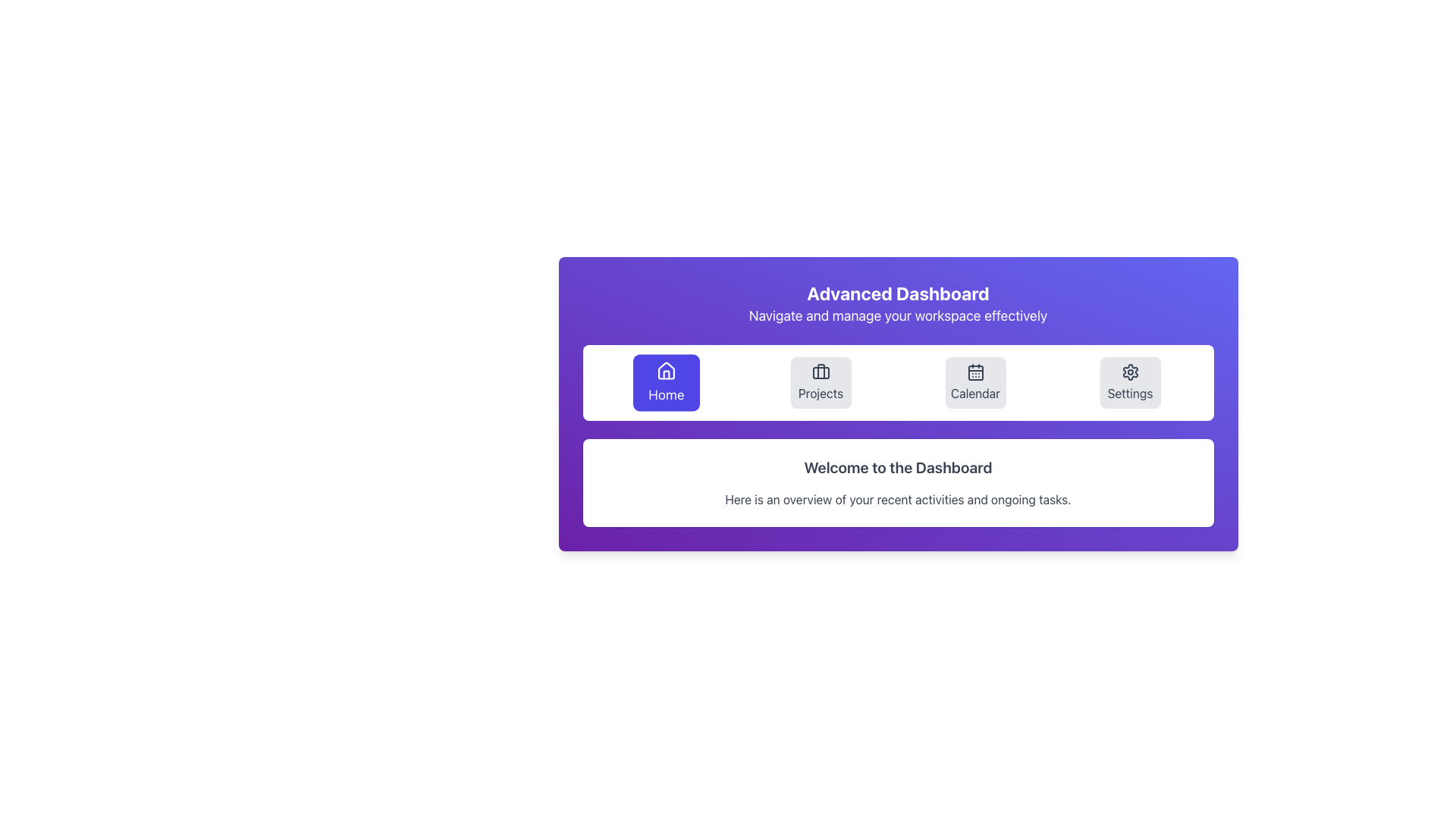  Describe the element at coordinates (898, 500) in the screenshot. I see `the Text label that displays contextual insights about recent activities and tasks, positioned below the 'Welcome to the Dashboard' title within a centered card` at that location.